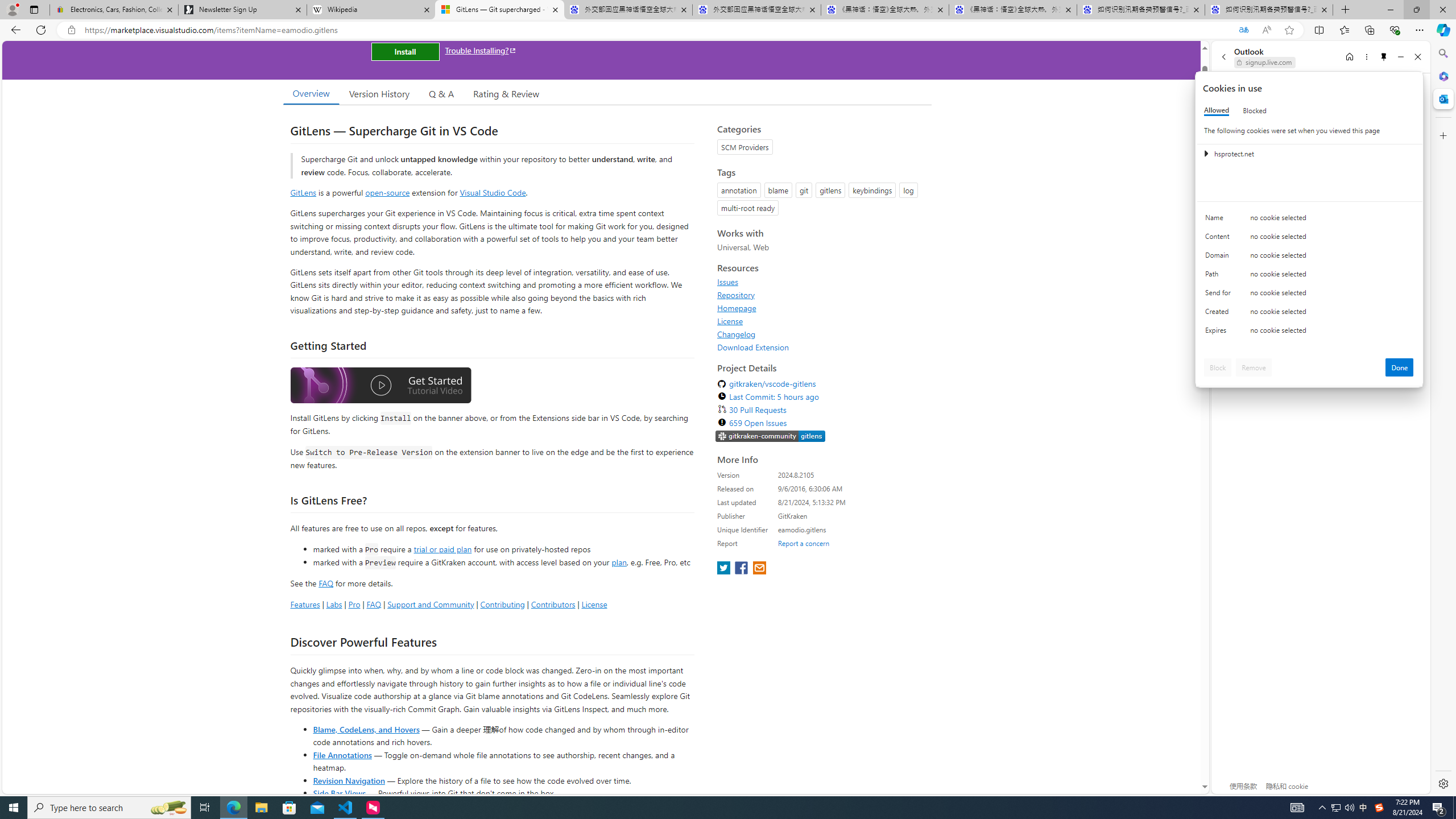 The image size is (1456, 819). Describe the element at coordinates (1254, 110) in the screenshot. I see `'Blocked'` at that location.